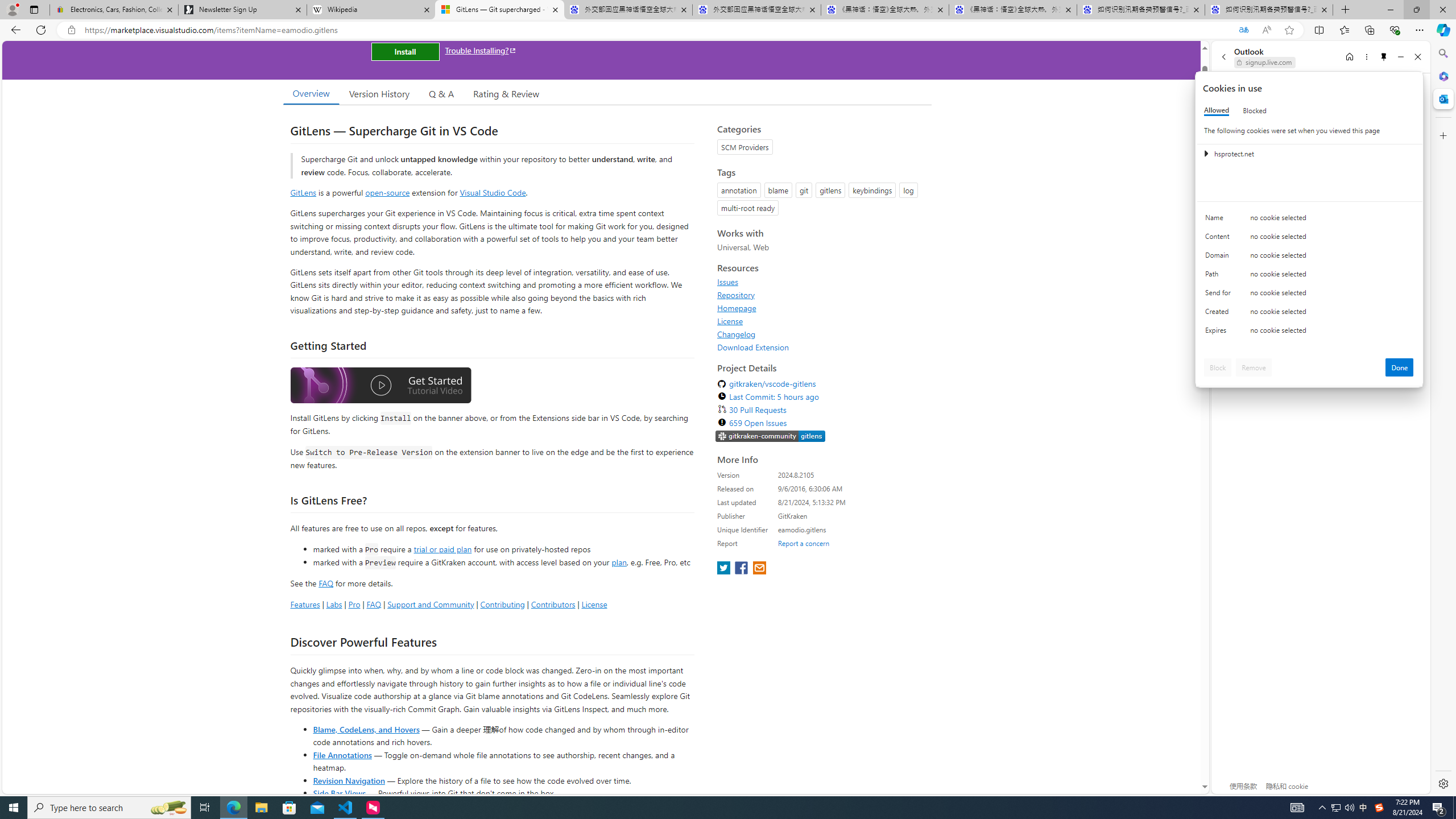 The image size is (1456, 819). Describe the element at coordinates (1254, 110) in the screenshot. I see `'Blocked'` at that location.